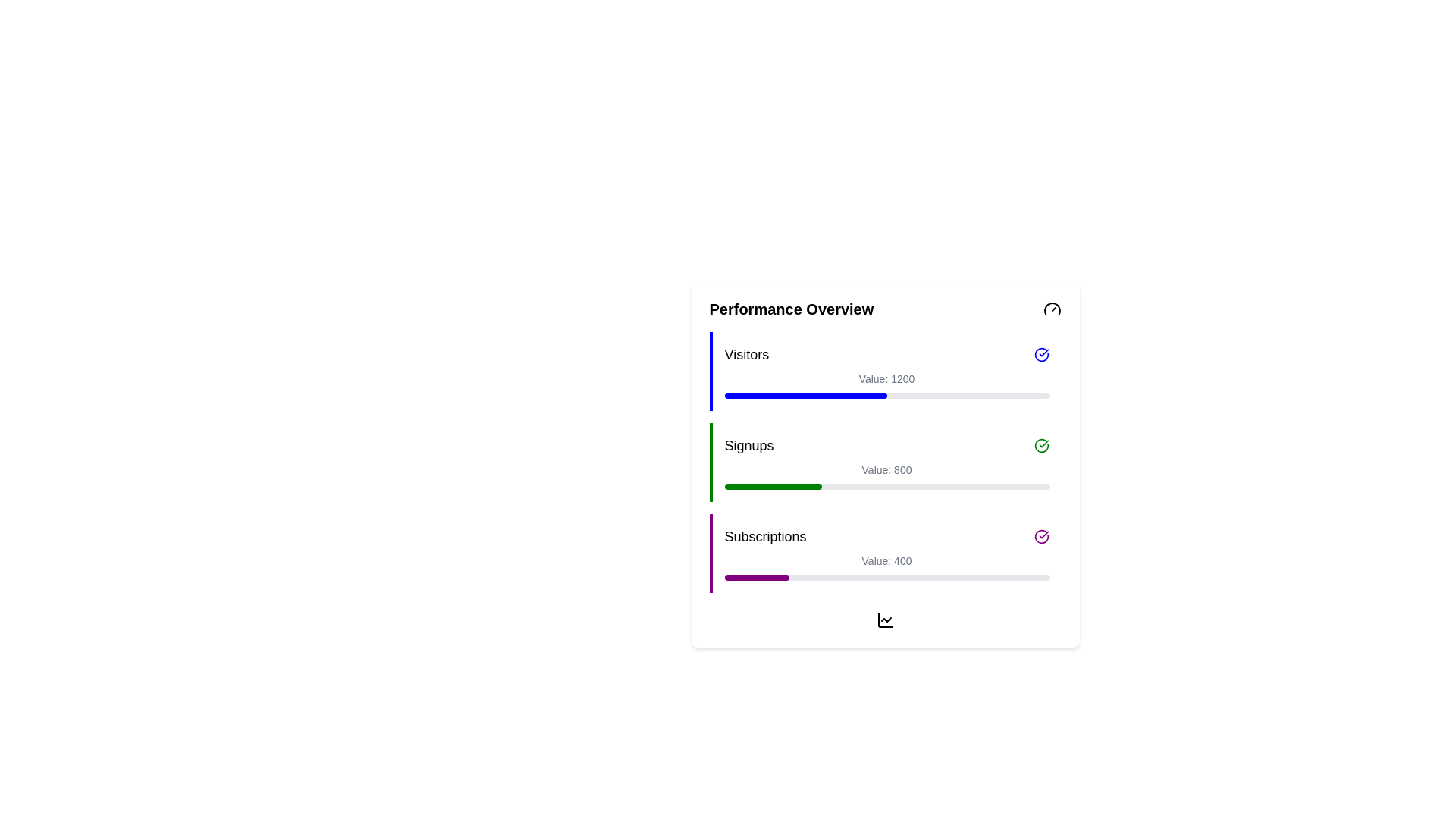  I want to click on the circular green check icon indicating a completed status in the 'Signups' section of the 'Performance Overview' card, so click(1040, 444).